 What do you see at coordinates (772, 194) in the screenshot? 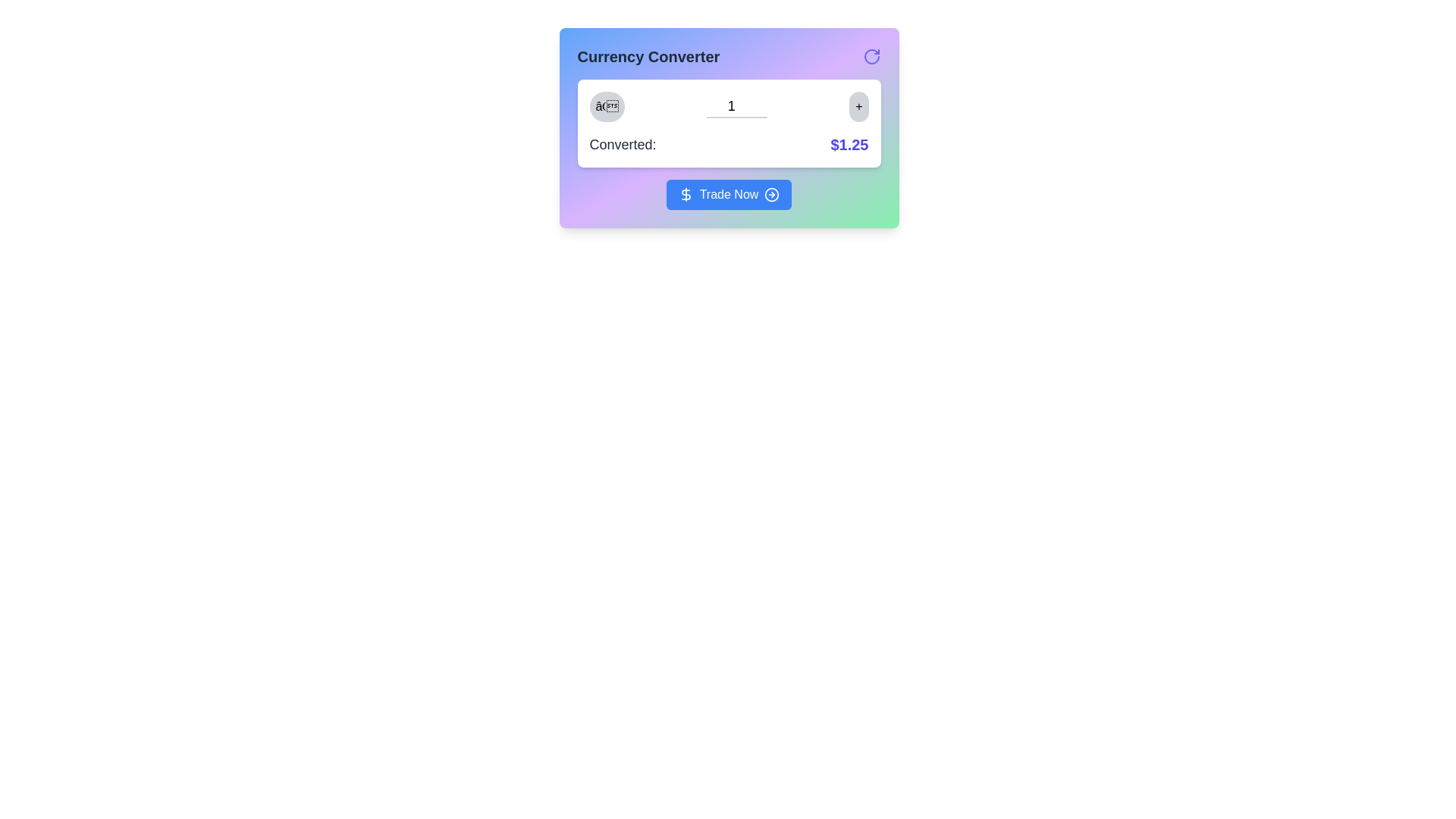
I see `the icon located on the far-right side of the 'Trade Now' button at the bottom-center of the card interface` at bounding box center [772, 194].